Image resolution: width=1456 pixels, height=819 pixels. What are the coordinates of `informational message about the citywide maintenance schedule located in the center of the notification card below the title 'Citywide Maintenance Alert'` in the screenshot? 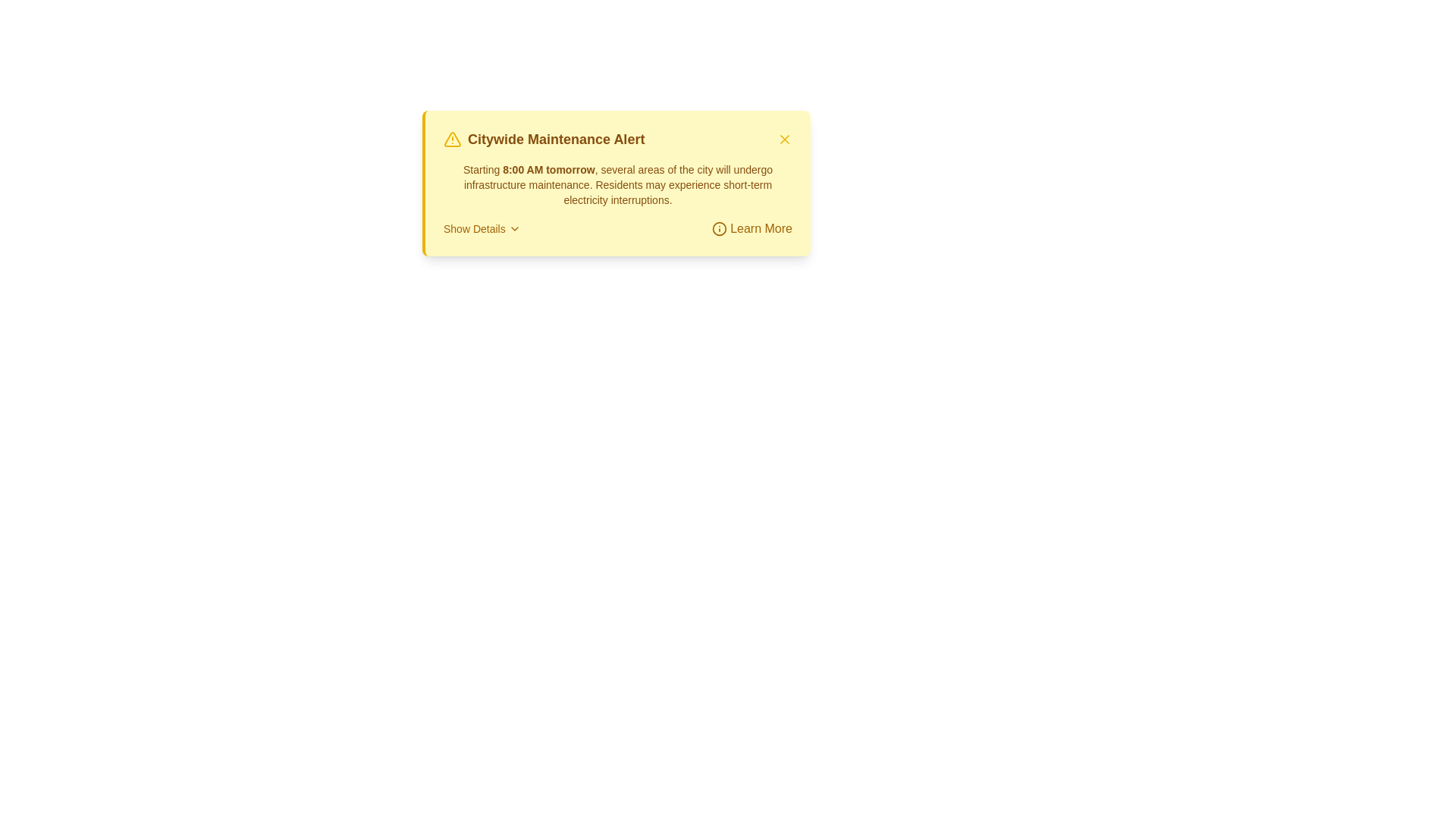 It's located at (618, 184).